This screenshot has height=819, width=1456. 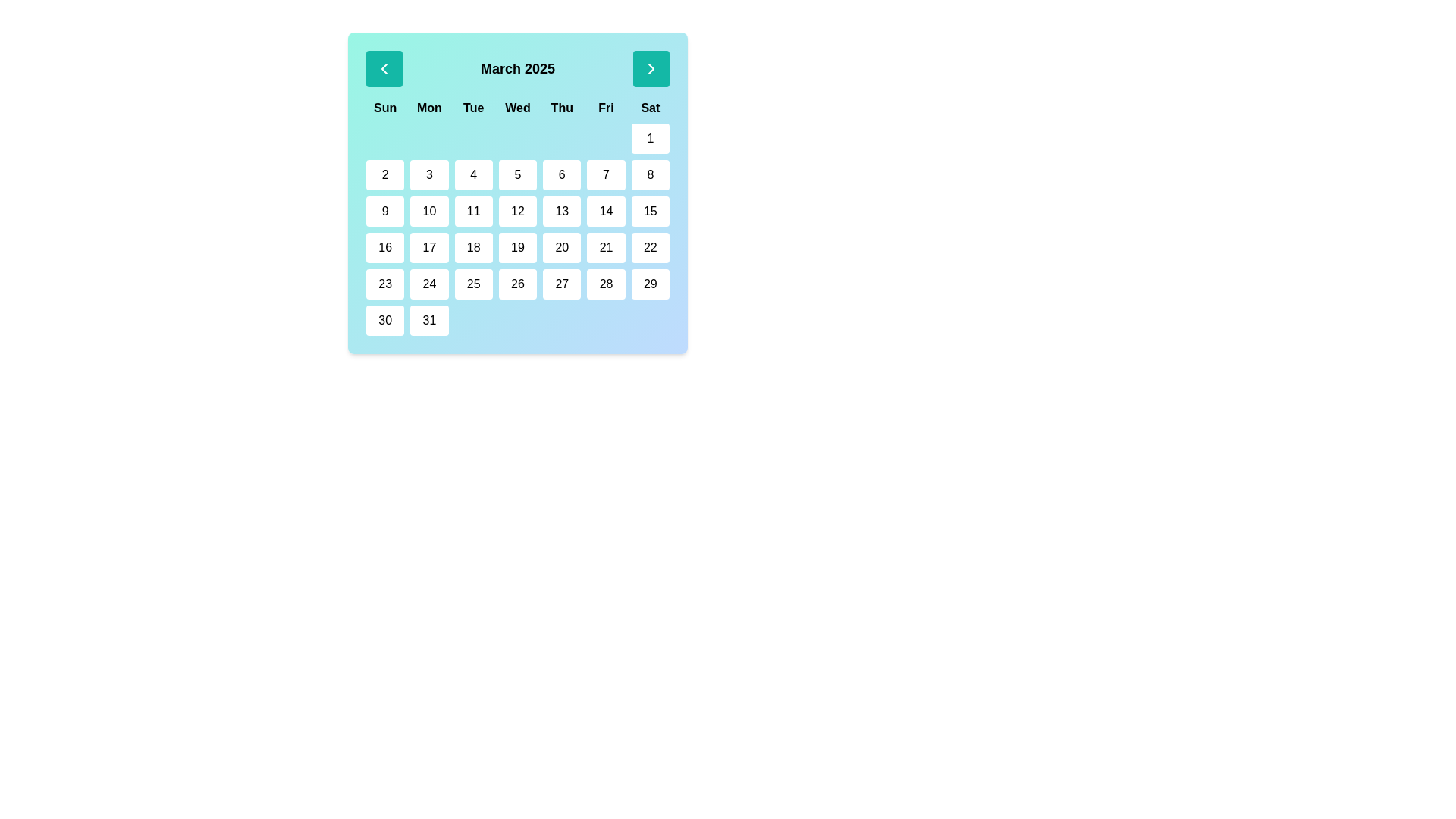 What do you see at coordinates (517, 174) in the screenshot?
I see `the white, rounded rectangular button displaying the number '5' in the calendar grid under the 'Wed' column` at bounding box center [517, 174].